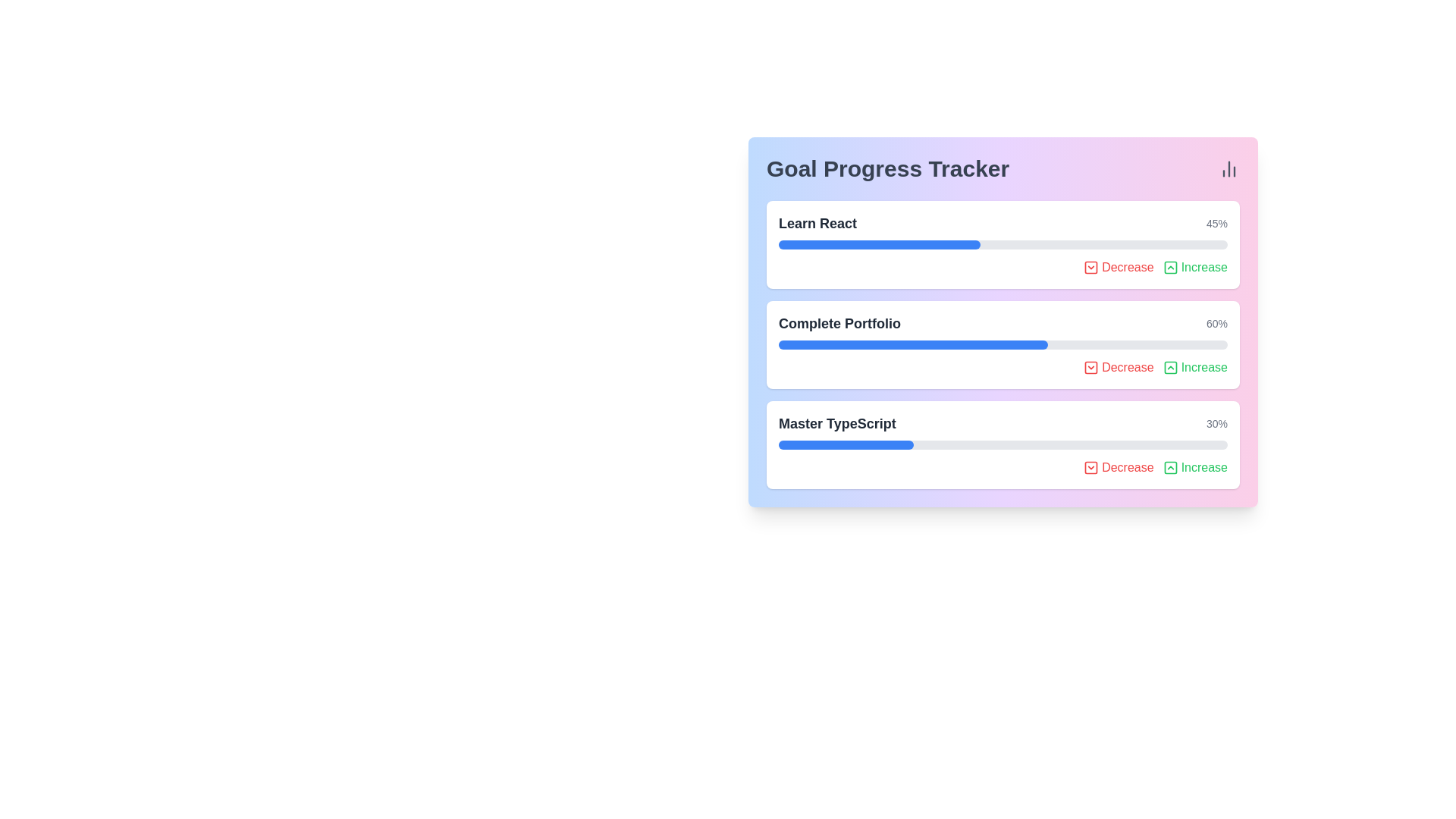 The image size is (1456, 819). What do you see at coordinates (1194, 267) in the screenshot?
I see `the 'Increase' button, which is a clickable button with green text and an upward arrow icon, located at the far-right side of the second row in a list of progress items` at bounding box center [1194, 267].